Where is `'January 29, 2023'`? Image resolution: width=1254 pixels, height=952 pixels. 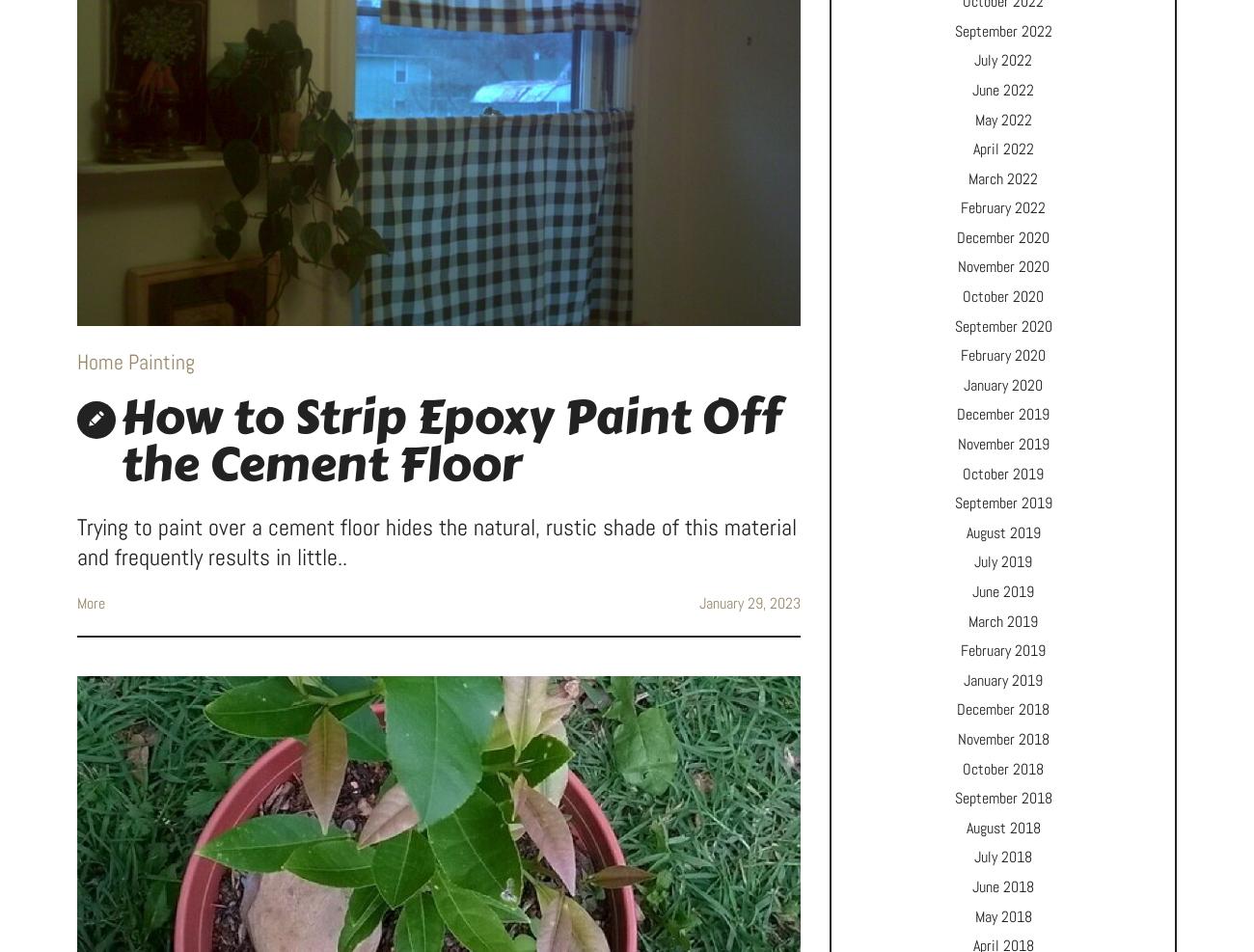
'January 29, 2023' is located at coordinates (699, 602).